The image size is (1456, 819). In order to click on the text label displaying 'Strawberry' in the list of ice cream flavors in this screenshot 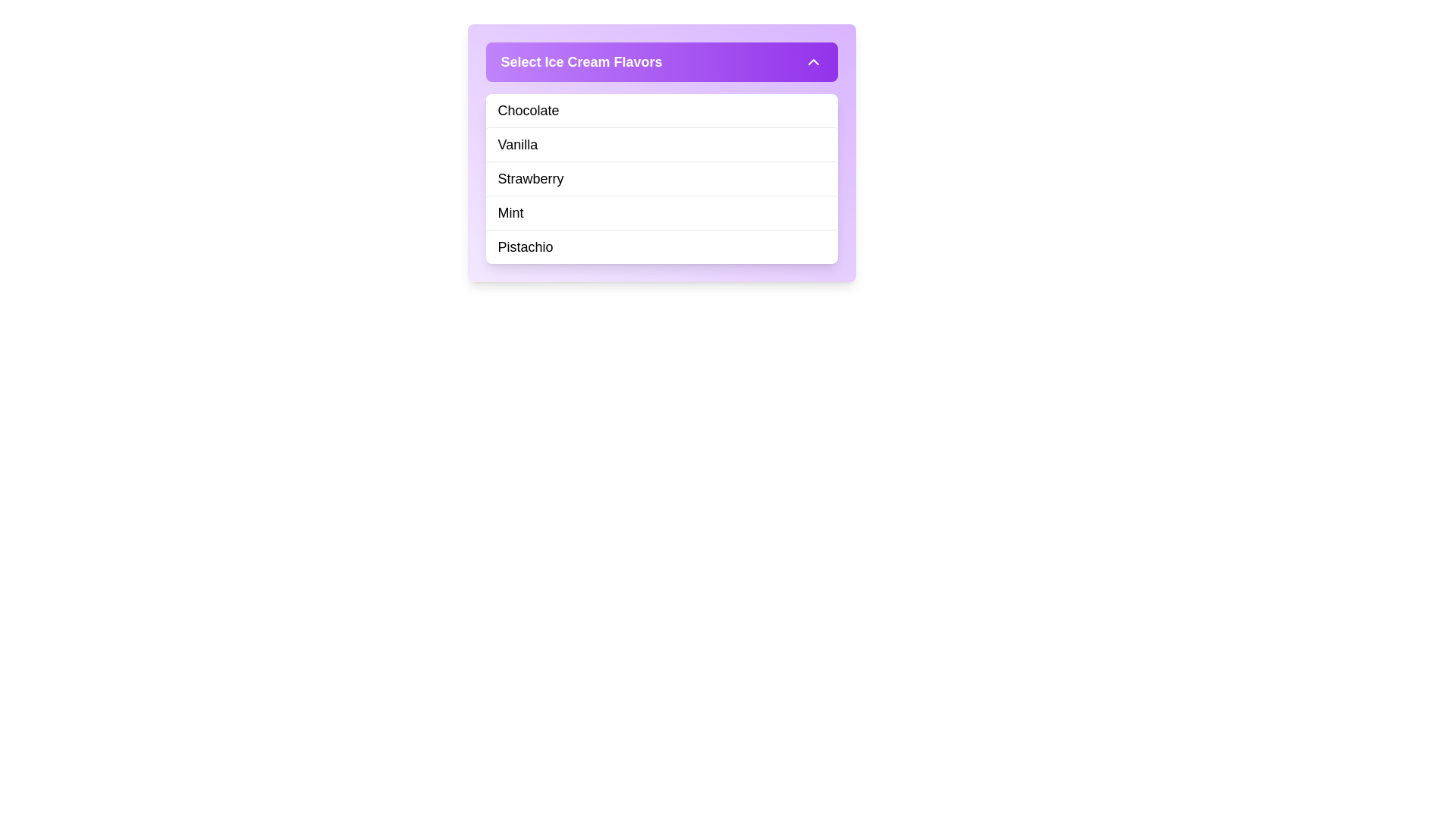, I will do `click(531, 177)`.